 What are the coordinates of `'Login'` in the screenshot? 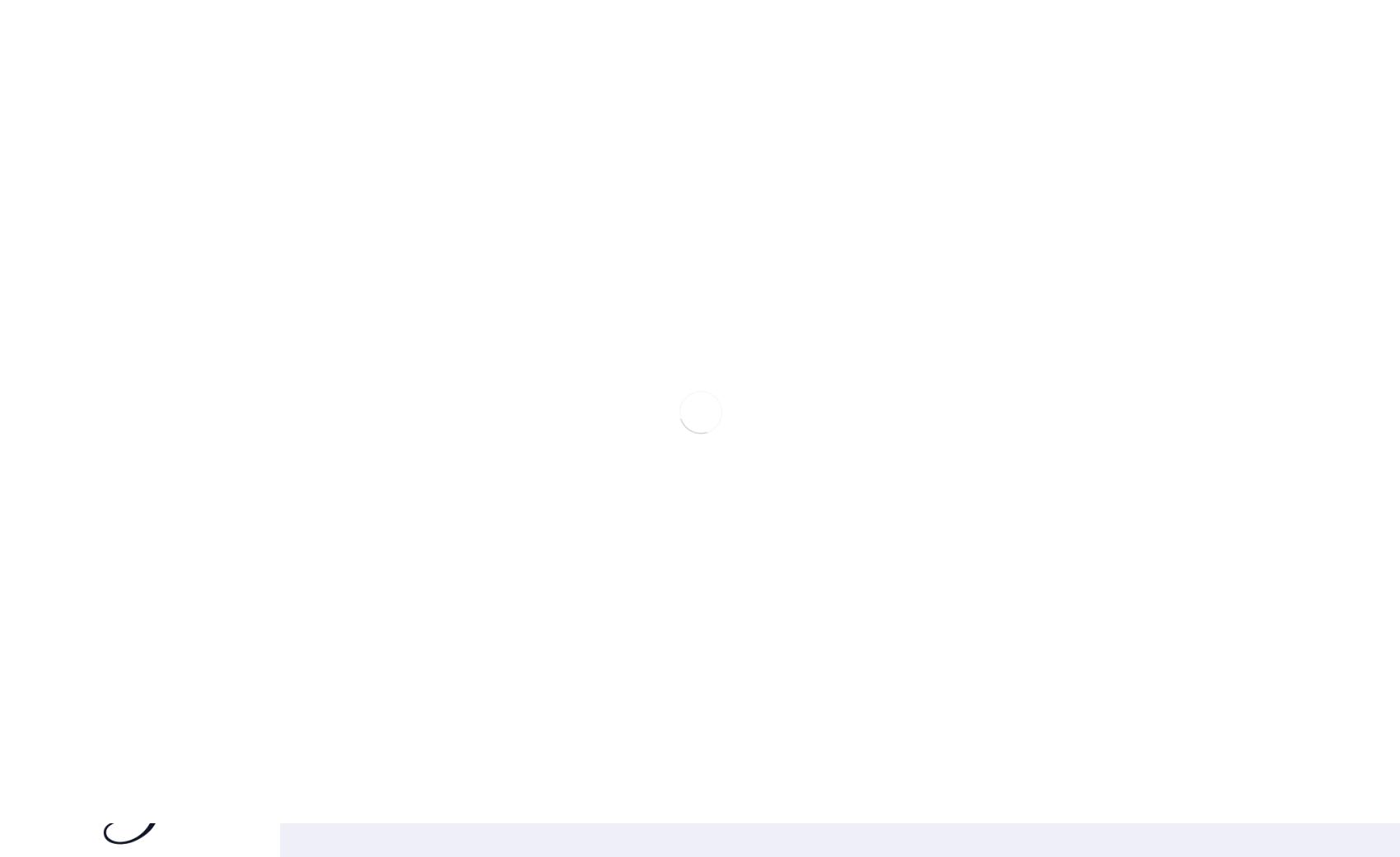 It's located at (19, 137).